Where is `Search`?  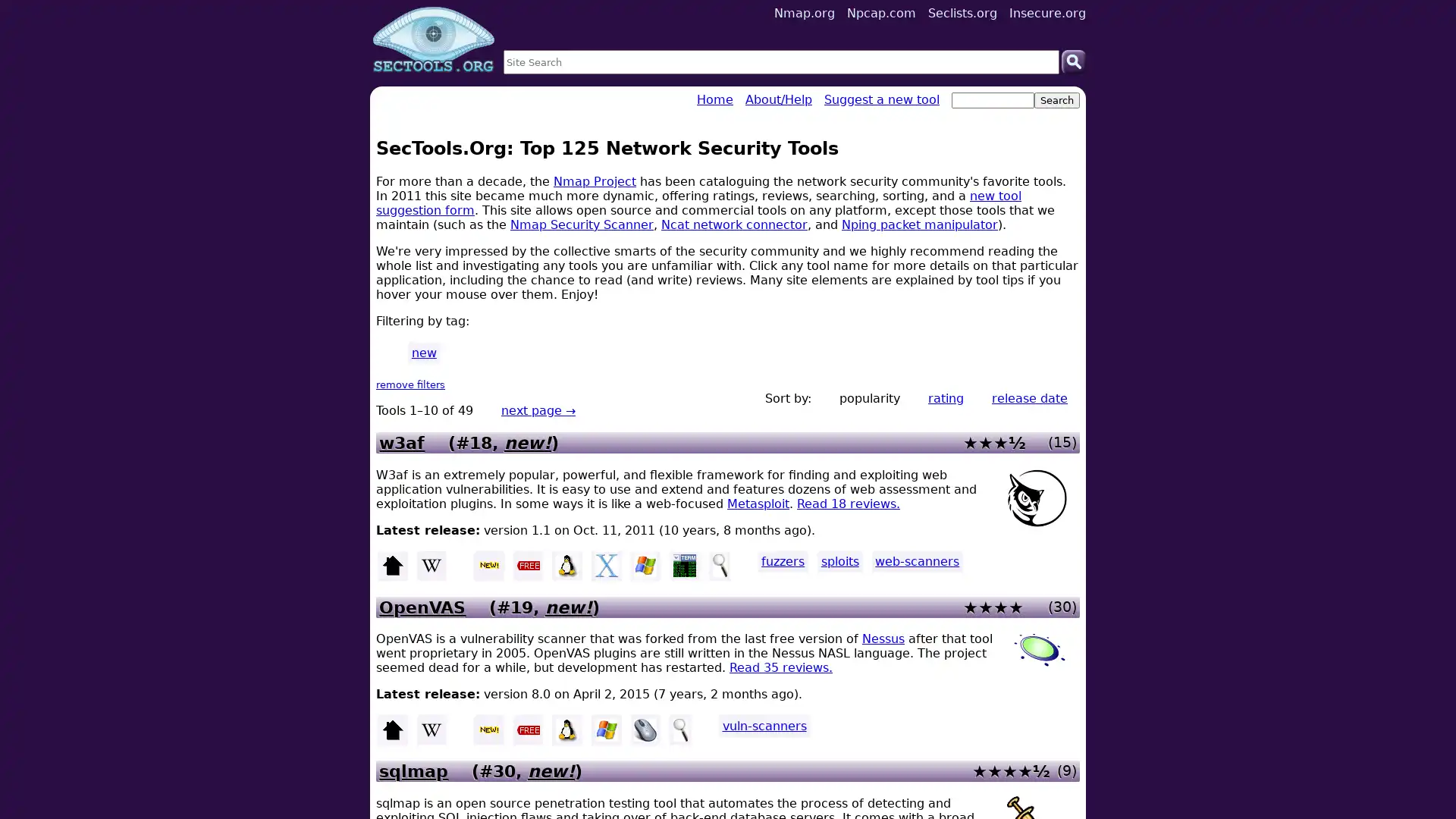 Search is located at coordinates (1073, 61).